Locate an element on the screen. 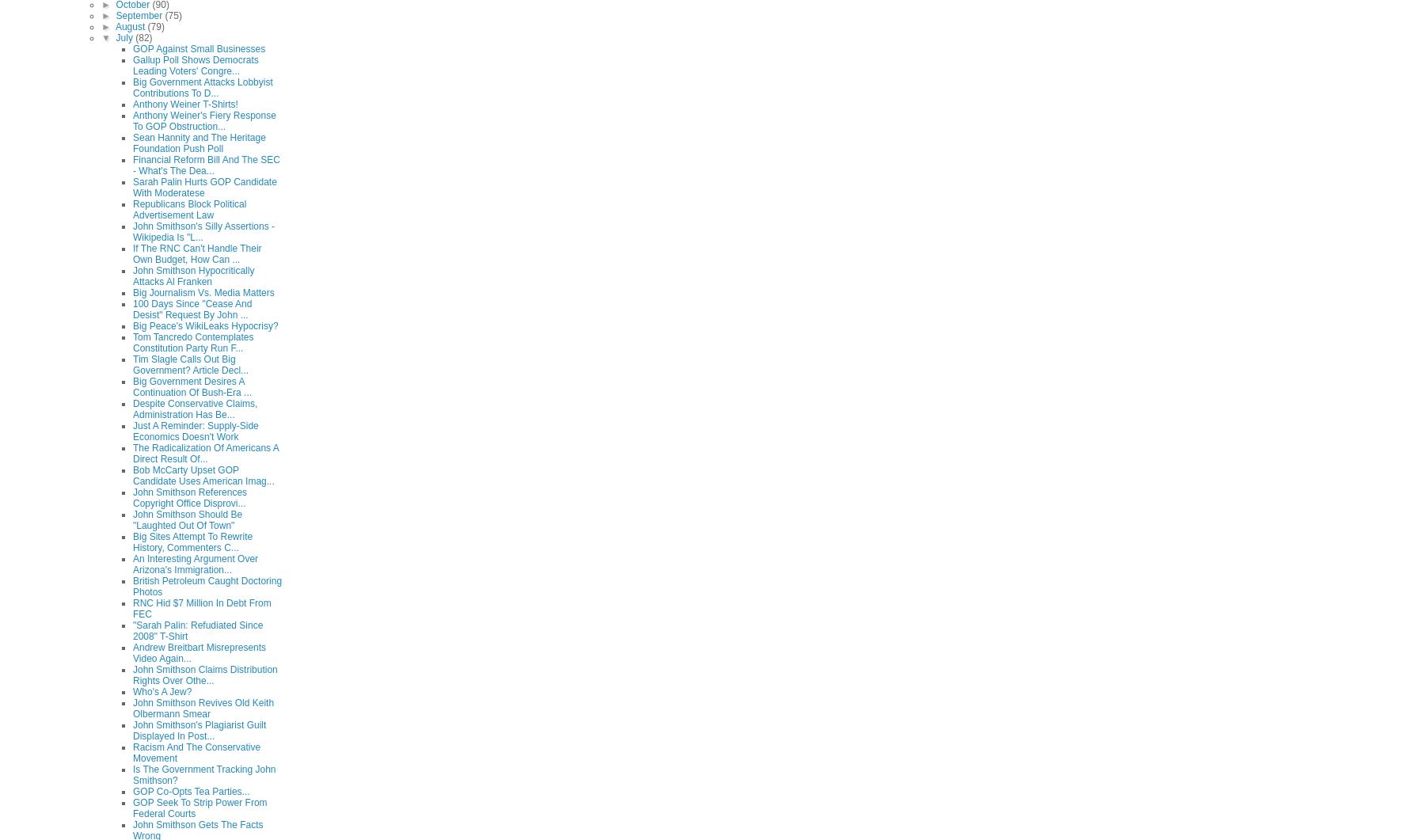  'Is The Government Tracking John Smithson?' is located at coordinates (203, 773).